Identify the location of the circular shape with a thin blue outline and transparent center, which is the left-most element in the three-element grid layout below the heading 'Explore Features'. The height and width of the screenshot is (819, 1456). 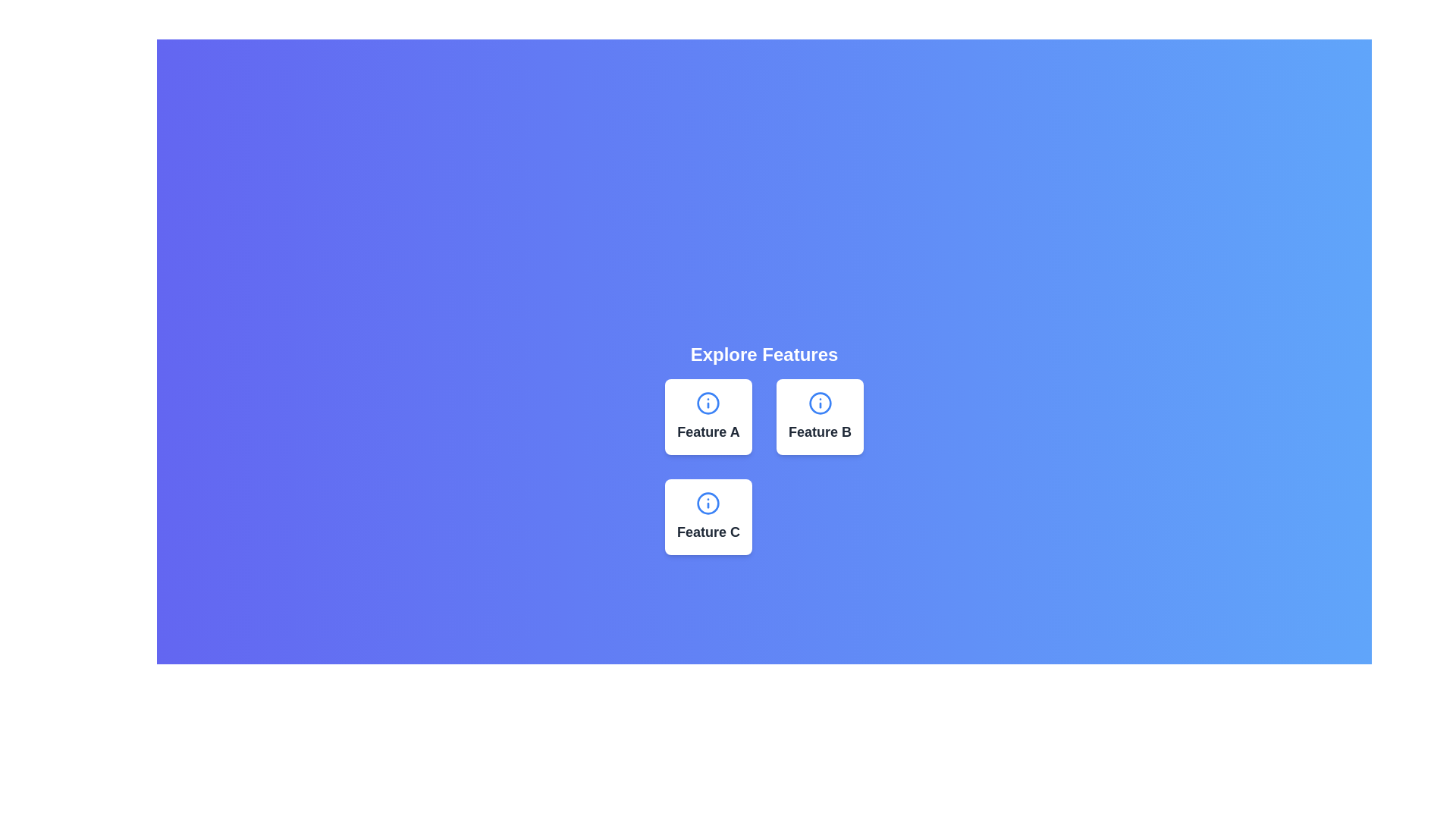
(708, 403).